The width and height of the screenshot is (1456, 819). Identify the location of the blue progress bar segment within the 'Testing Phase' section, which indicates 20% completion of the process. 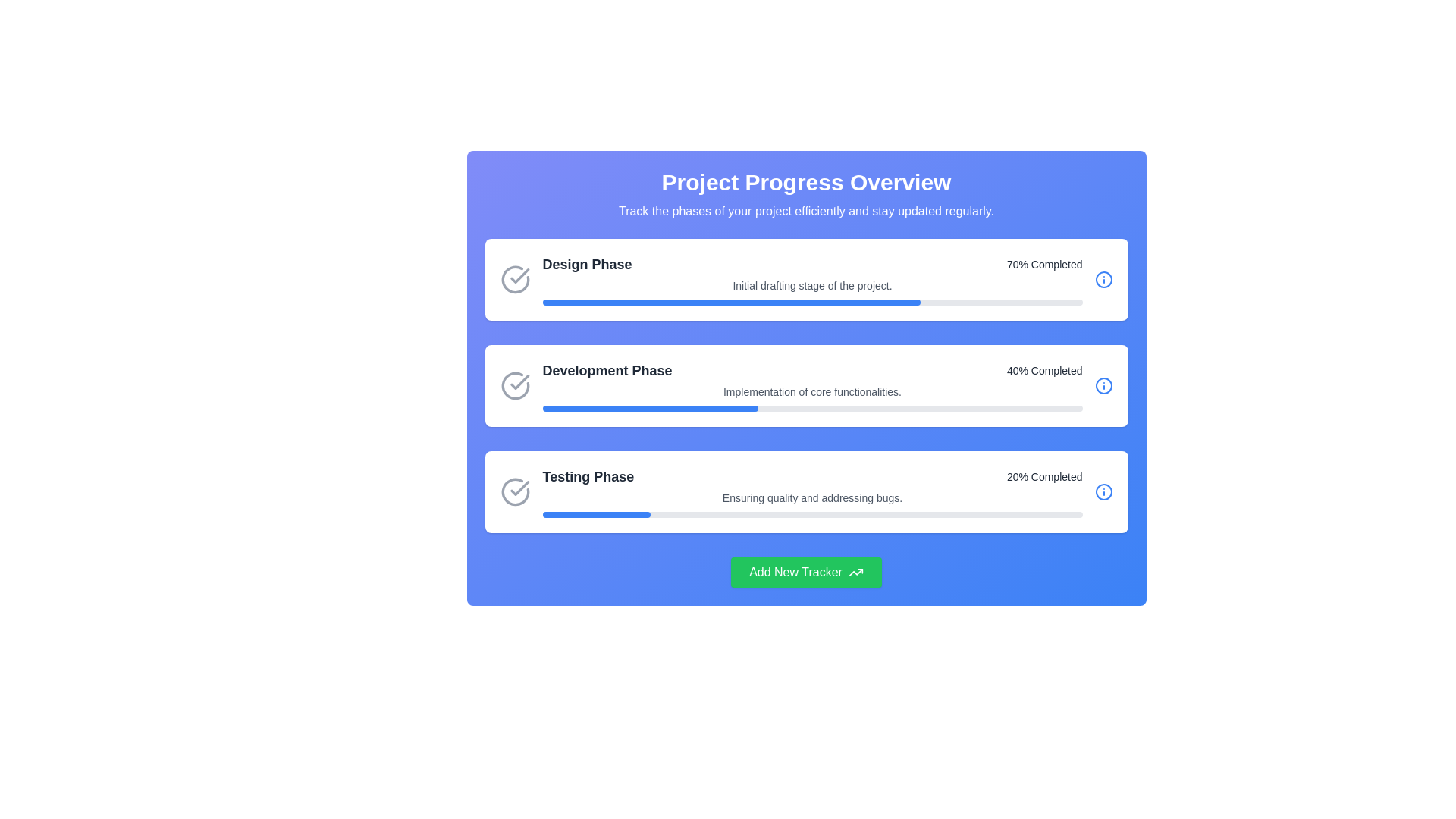
(595, 513).